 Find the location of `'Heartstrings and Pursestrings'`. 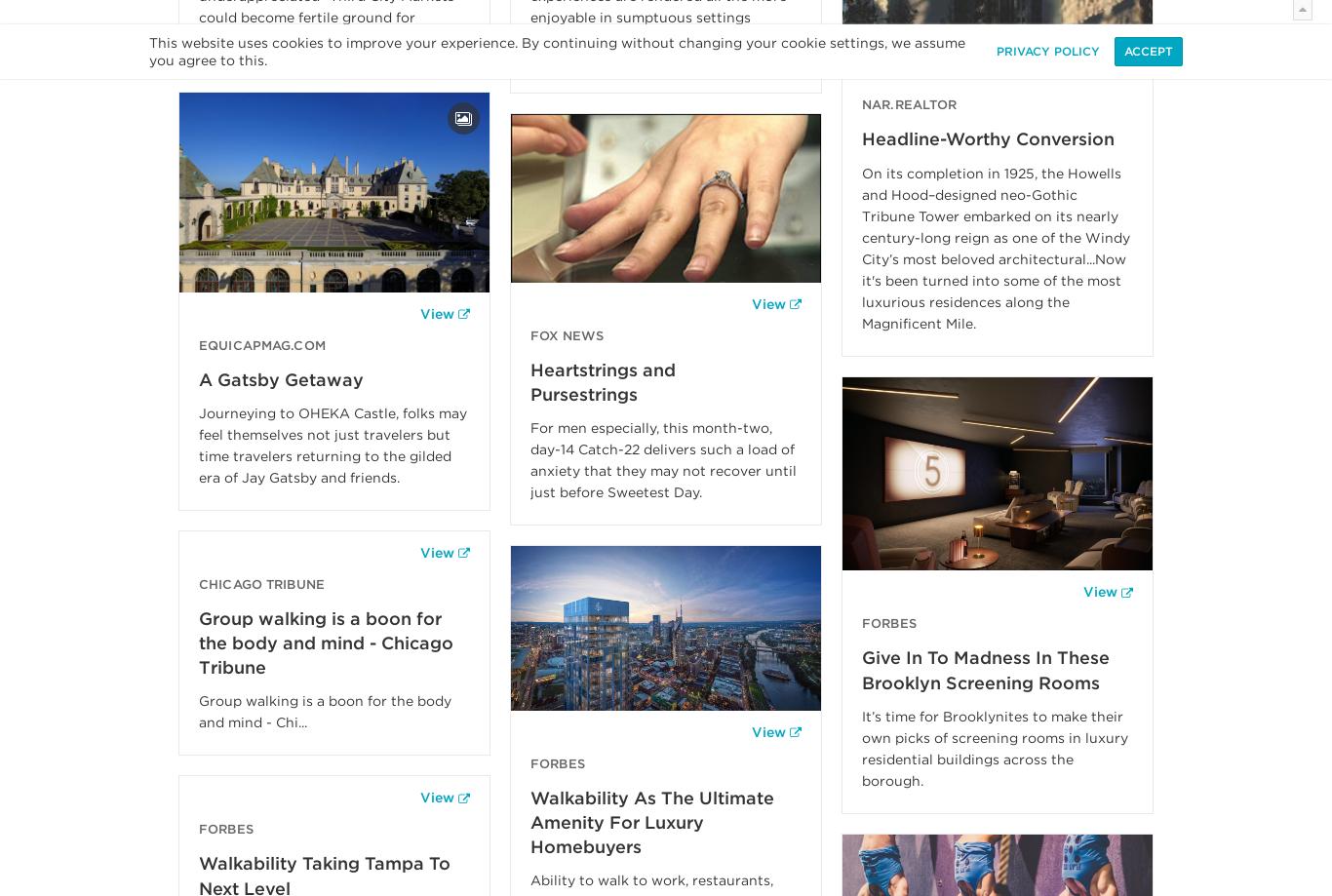

'Heartstrings and Pursestrings' is located at coordinates (602, 381).